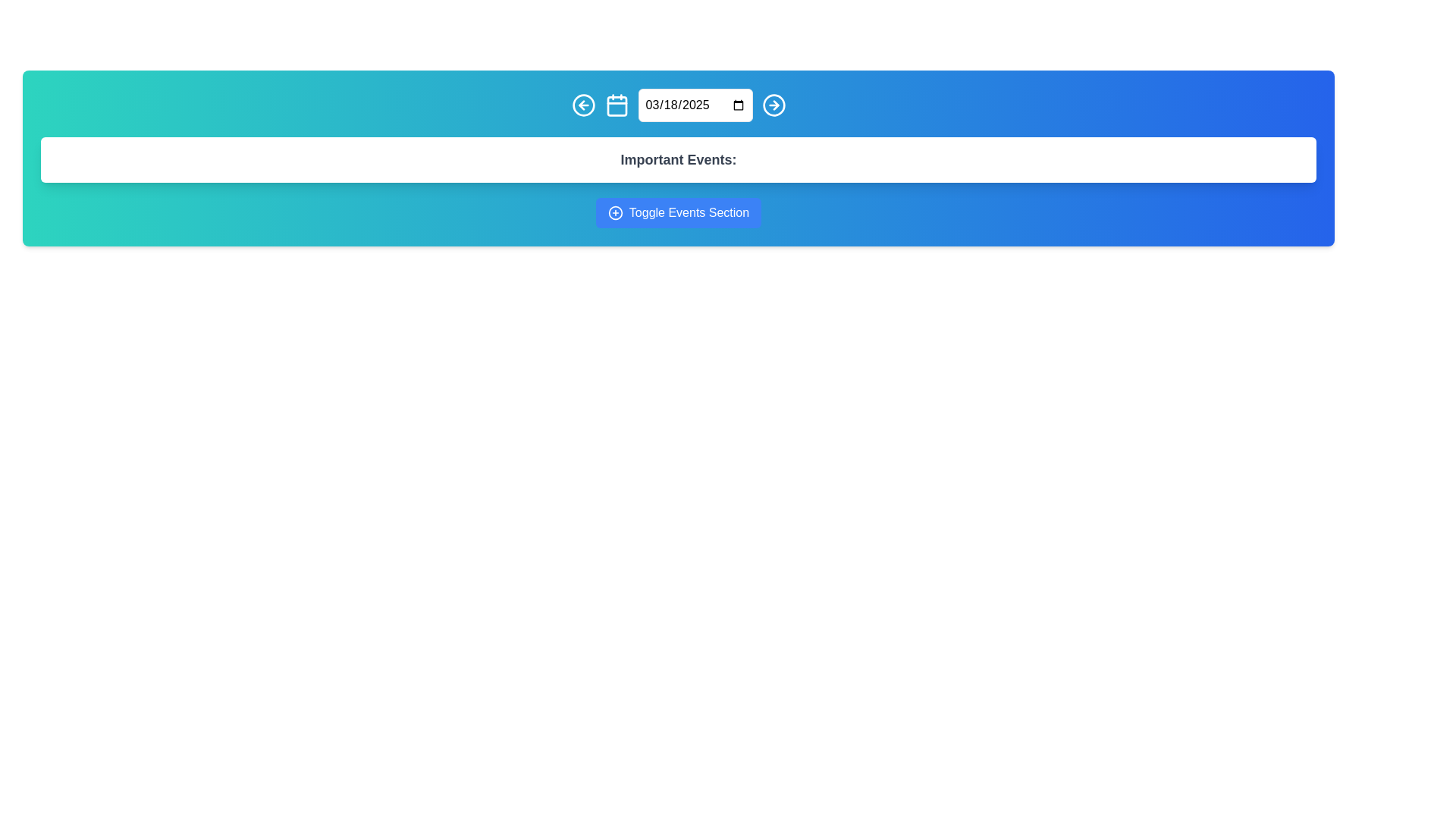 This screenshot has width=1456, height=819. I want to click on the icon within the blue button labeled 'Toggle Events Section' located below the text 'Important Events', so click(615, 213).